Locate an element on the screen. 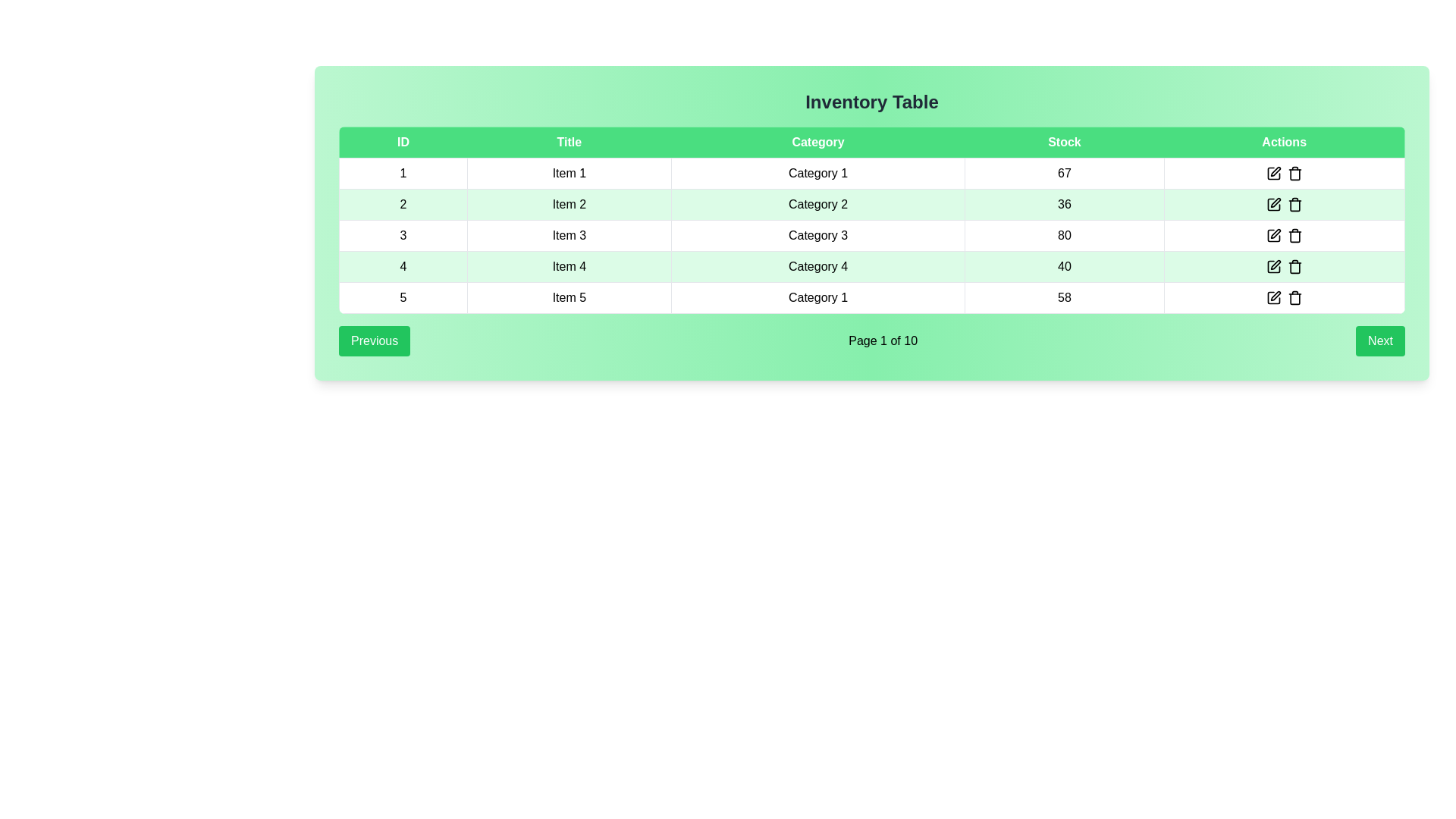  the table cell displaying the title 'Item 4' in the Inventory Table, located in the fourth row and second column is located at coordinates (568, 265).